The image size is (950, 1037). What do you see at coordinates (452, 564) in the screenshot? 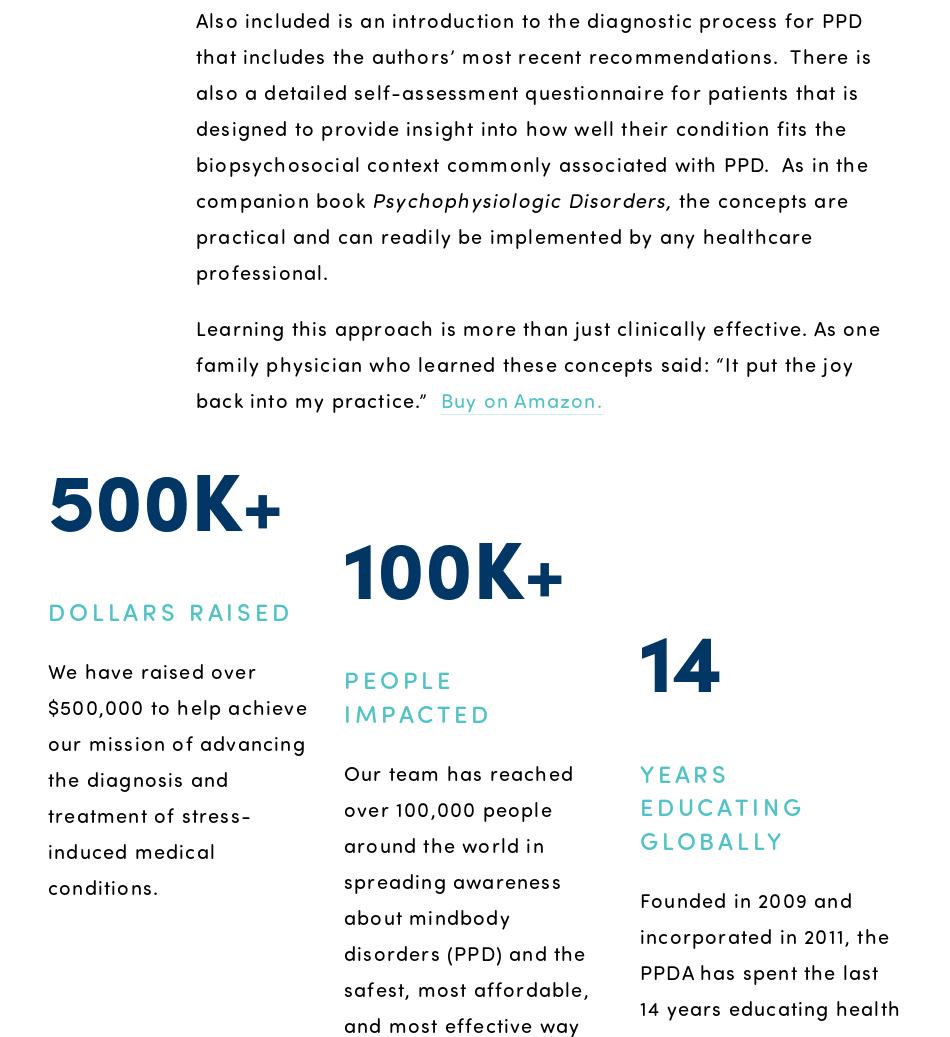
I see `'100K+'` at bounding box center [452, 564].